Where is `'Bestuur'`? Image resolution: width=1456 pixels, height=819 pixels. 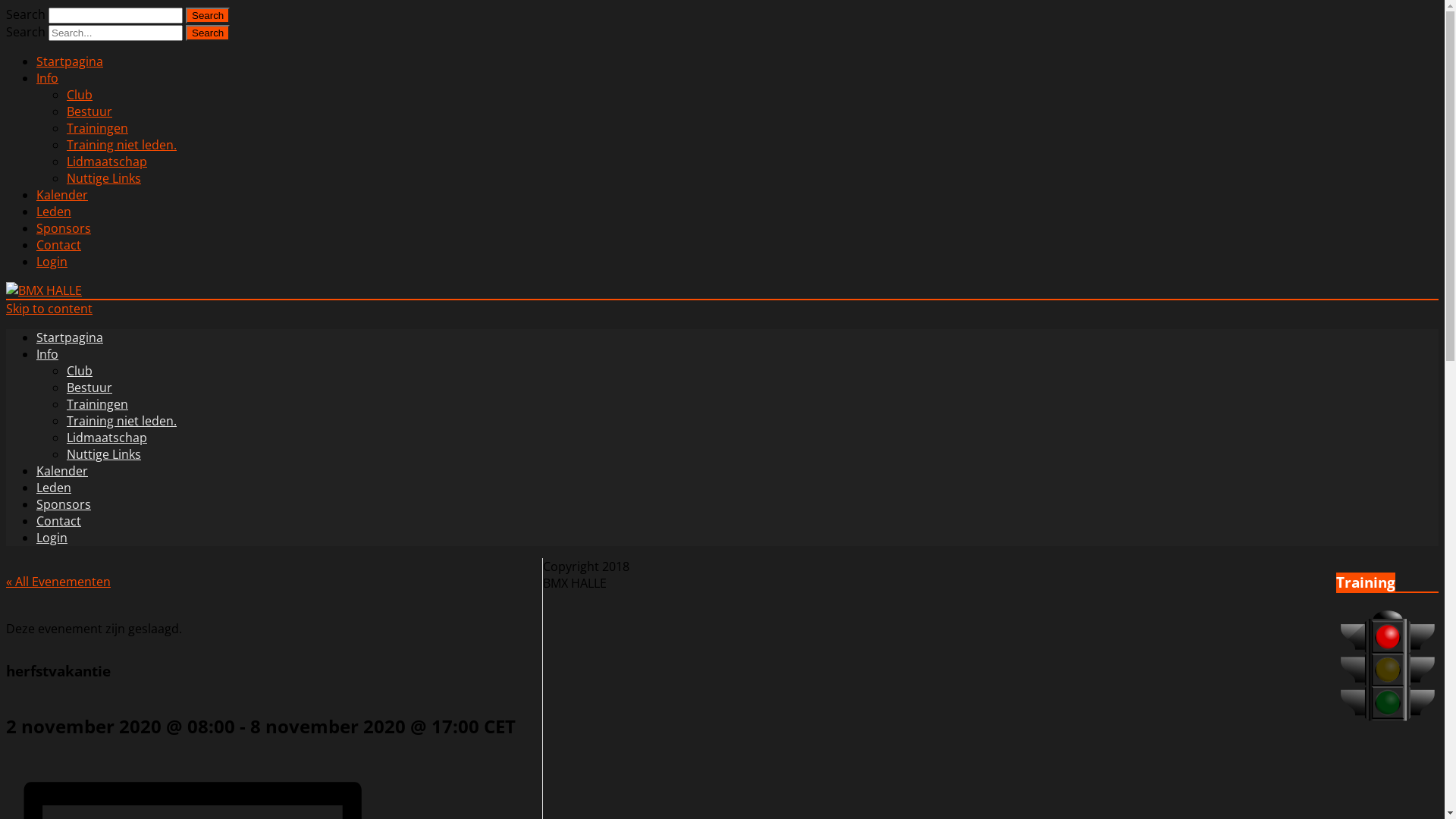
'Bestuur' is located at coordinates (89, 386).